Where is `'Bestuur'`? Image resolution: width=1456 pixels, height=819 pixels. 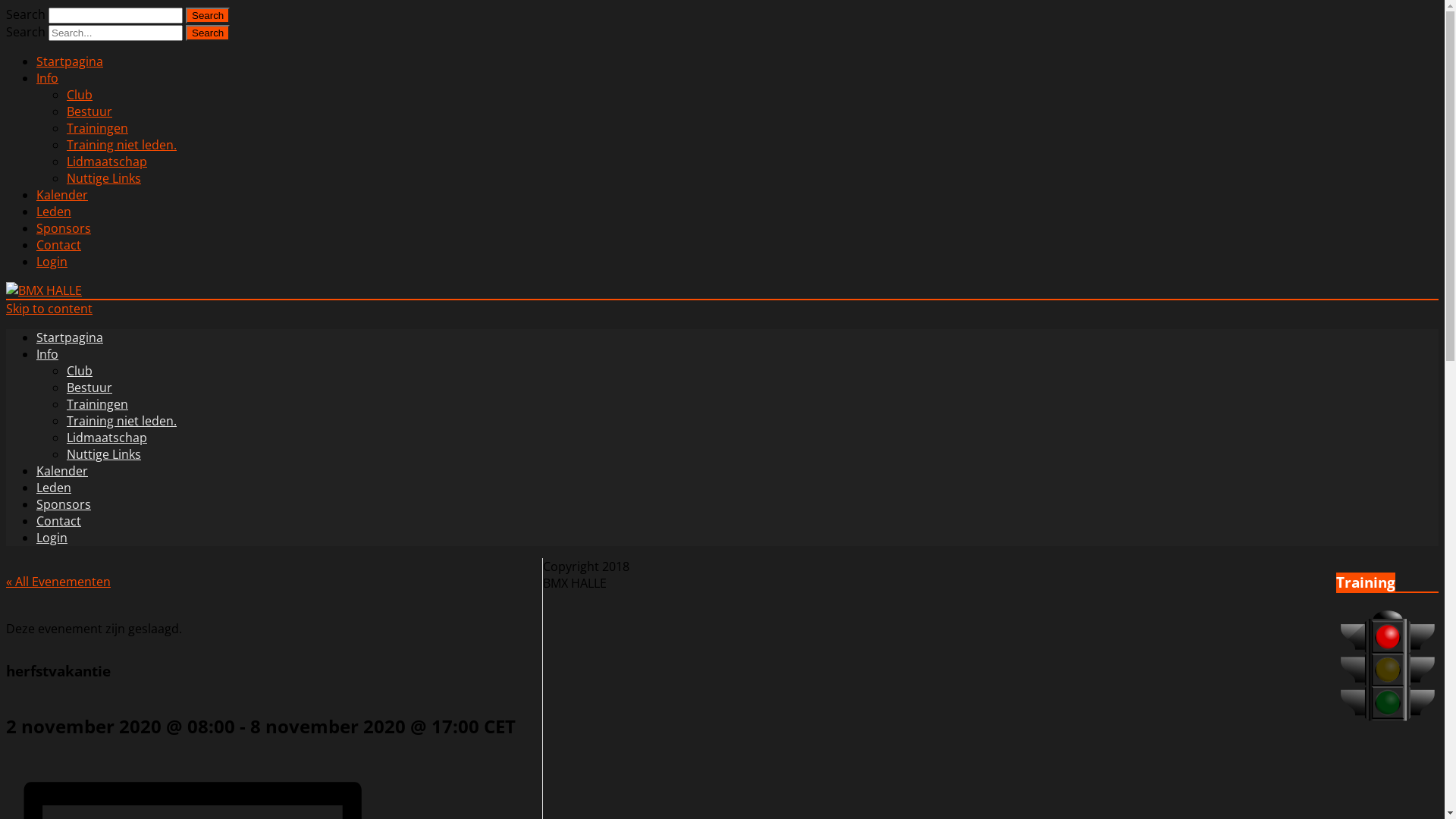
'Bestuur' is located at coordinates (89, 386).